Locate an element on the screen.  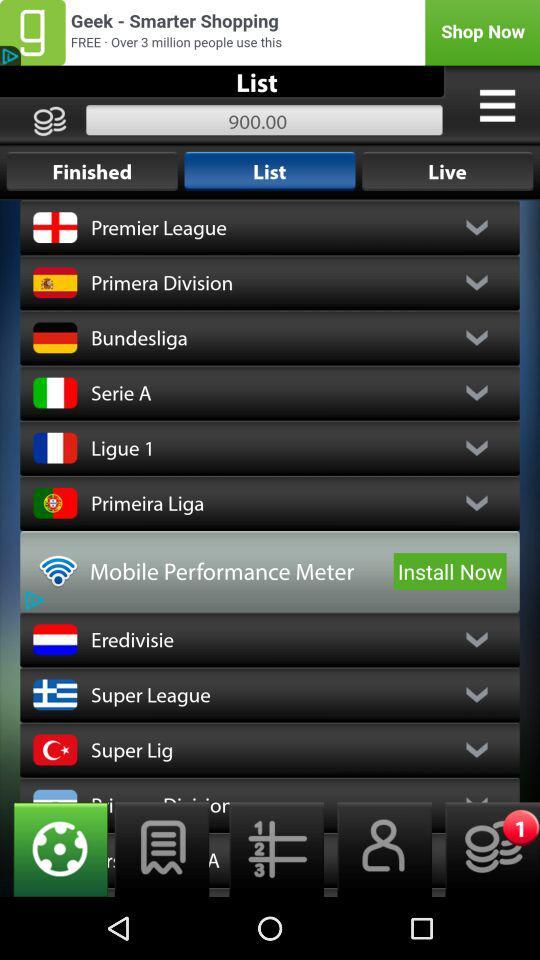
list button is located at coordinates (161, 848).